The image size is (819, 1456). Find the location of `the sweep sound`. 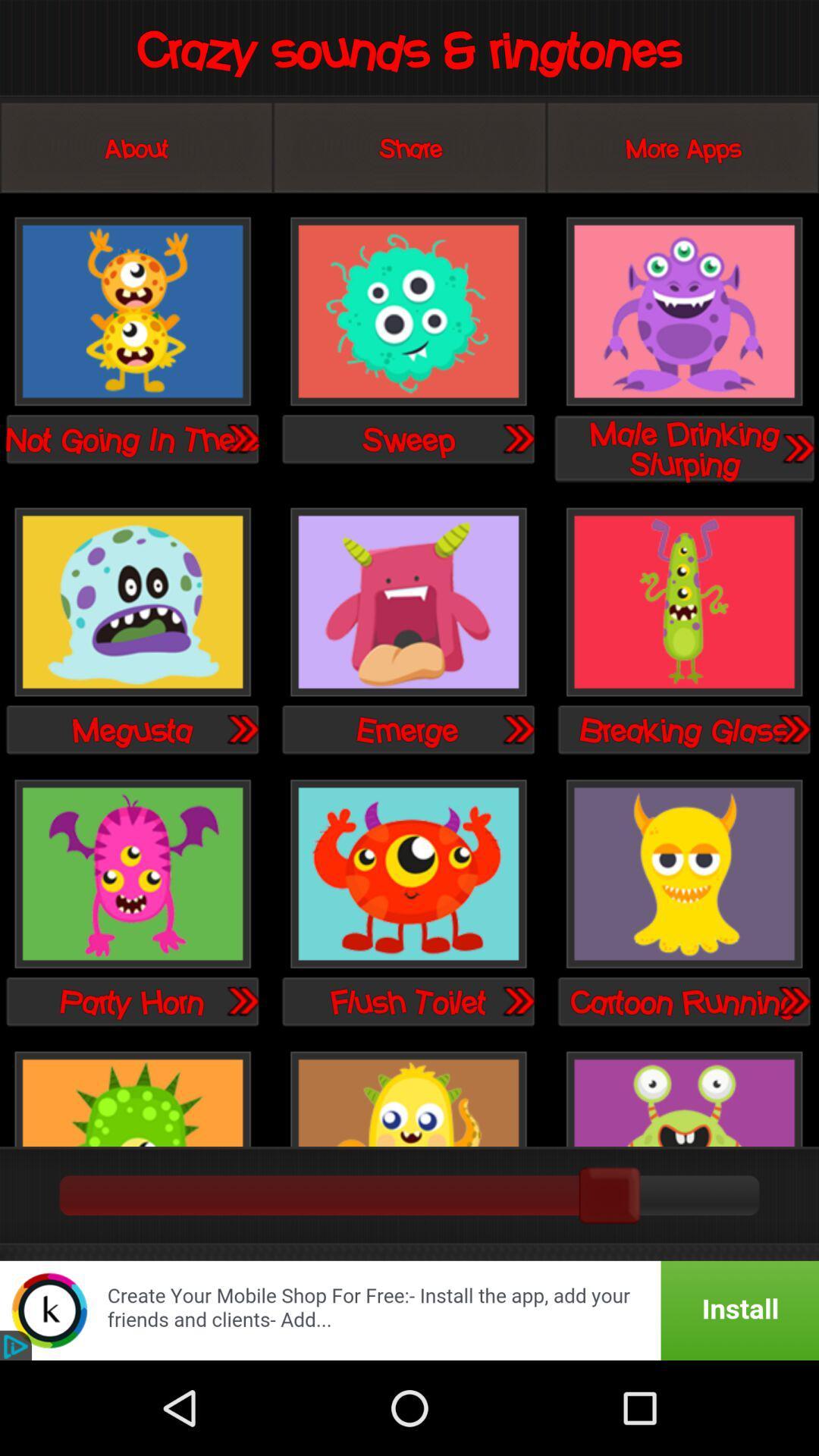

the sweep sound is located at coordinates (407, 312).